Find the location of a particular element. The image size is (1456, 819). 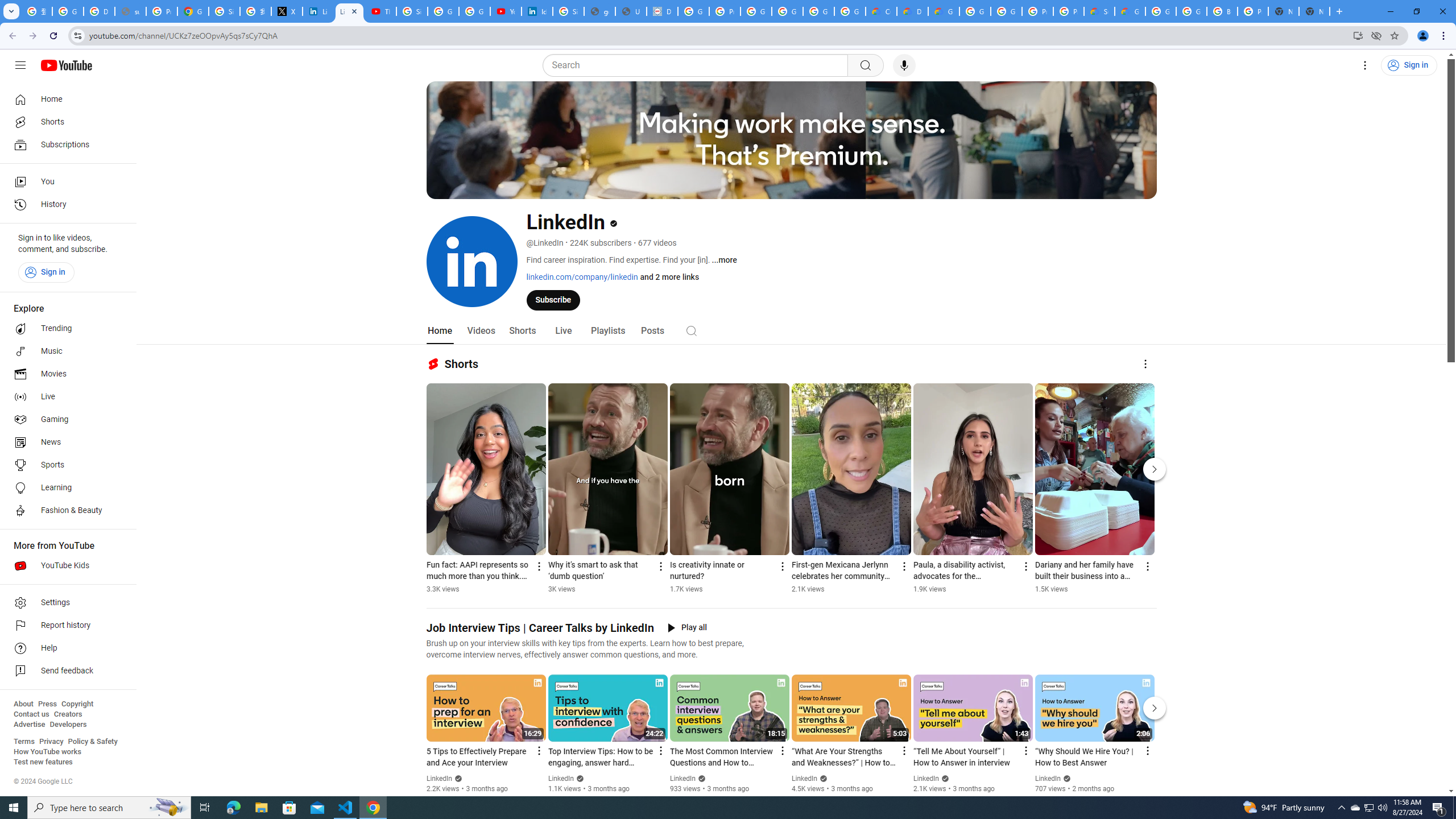

'Verified' is located at coordinates (1065, 777).